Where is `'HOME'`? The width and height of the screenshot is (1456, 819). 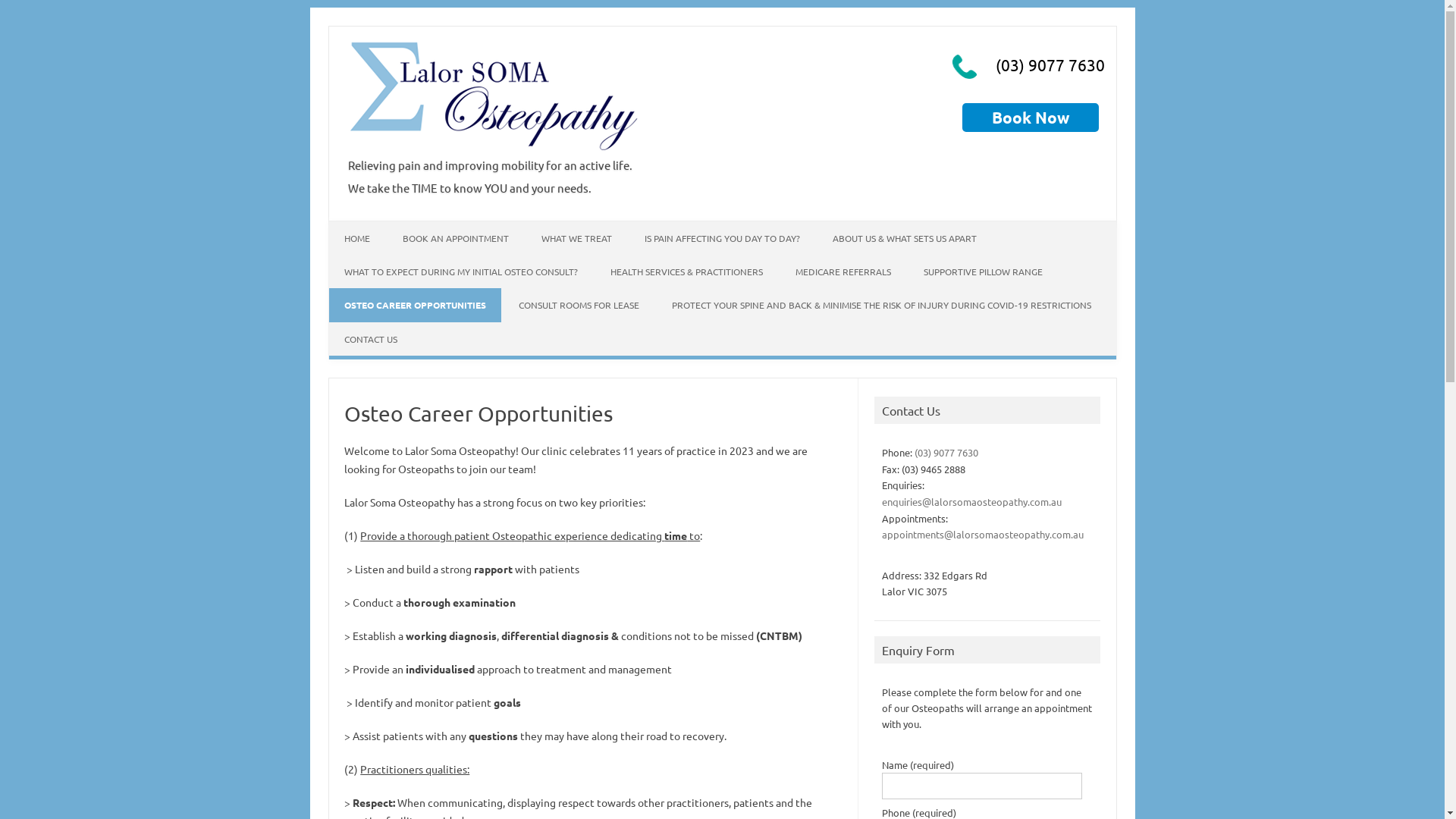
'HOME' is located at coordinates (356, 237).